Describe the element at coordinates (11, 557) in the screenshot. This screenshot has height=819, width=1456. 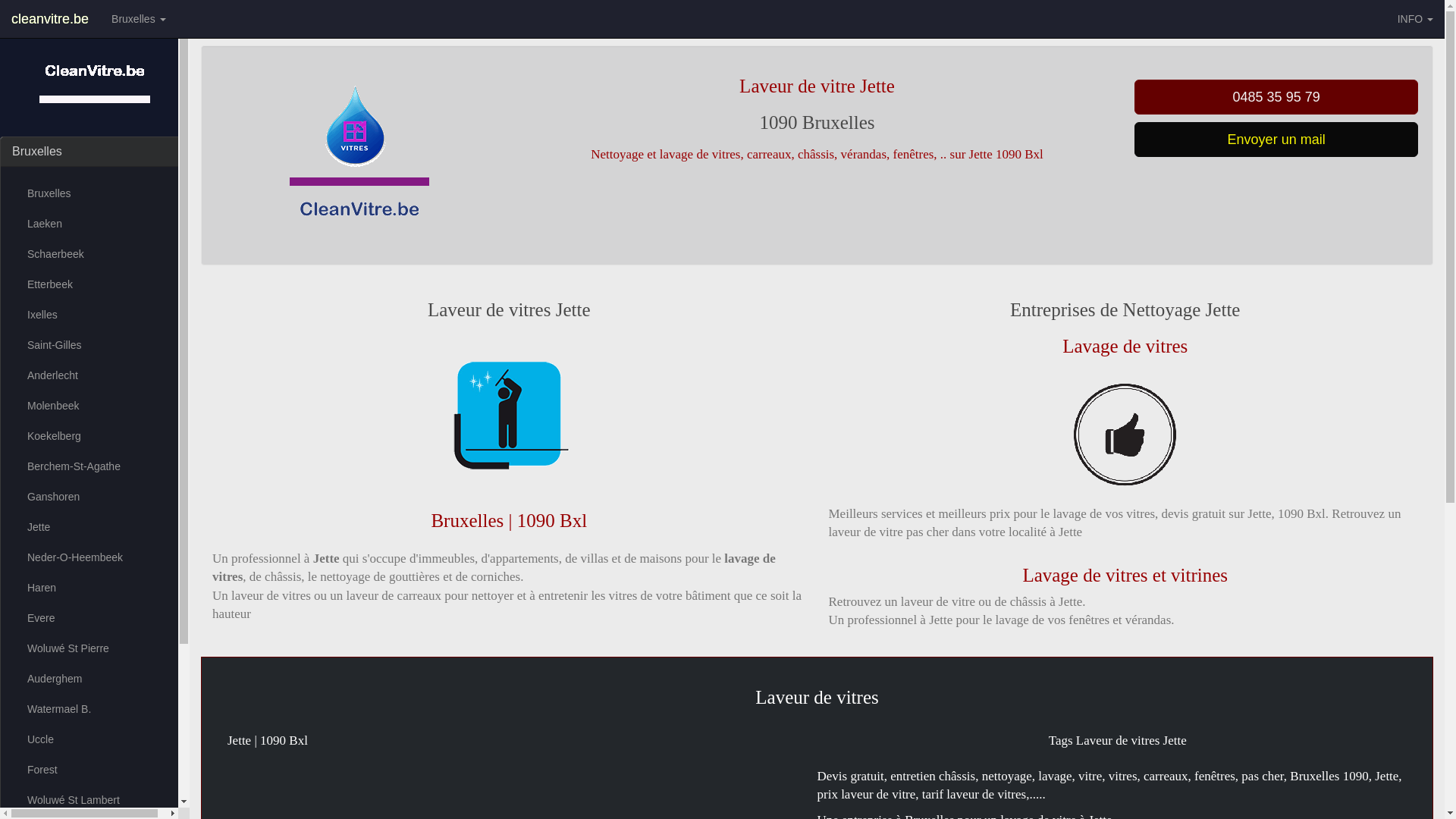
I see `'Neder-O-Heembeek'` at that location.